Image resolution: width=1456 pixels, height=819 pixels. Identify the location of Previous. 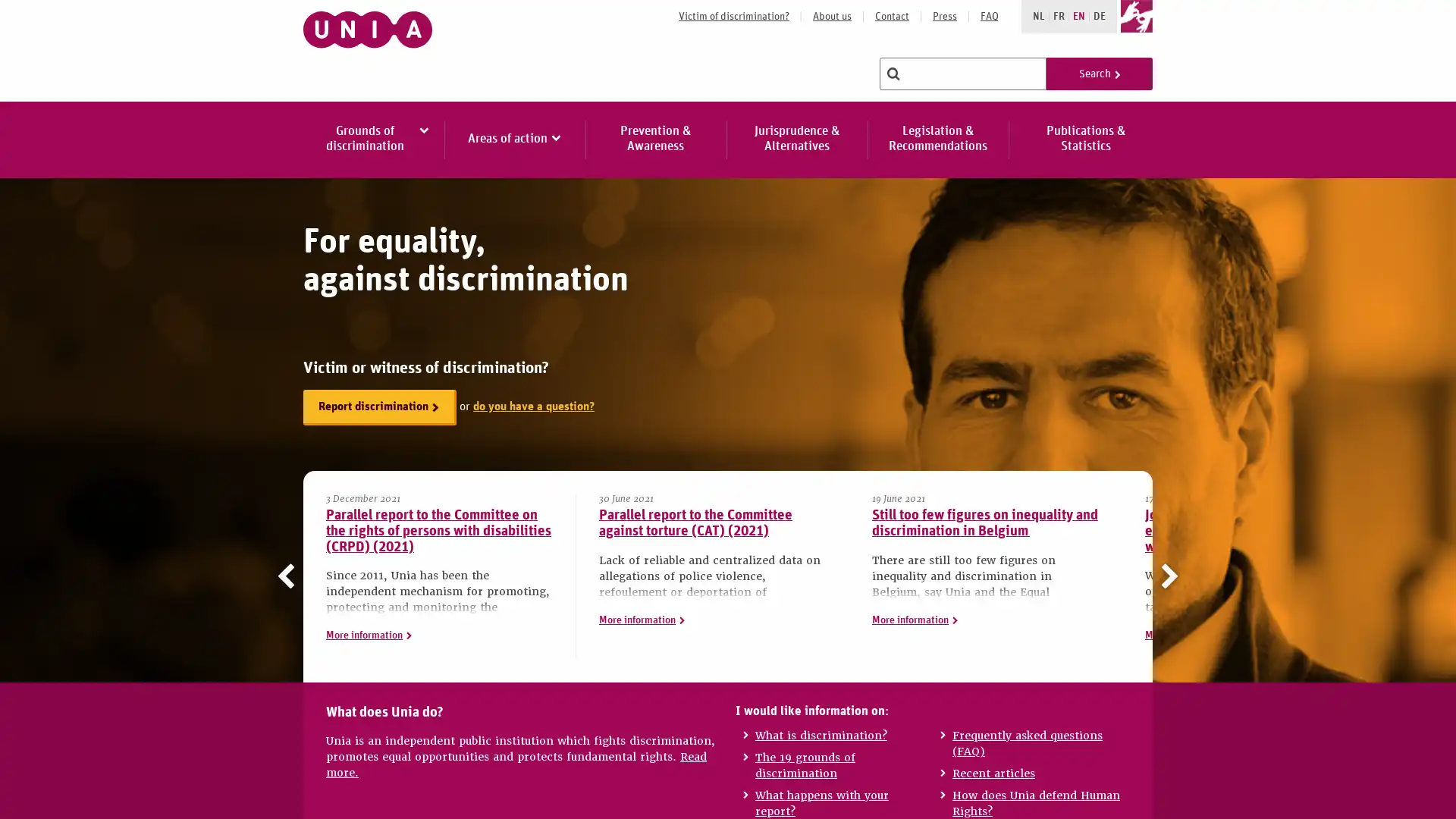
(290, 576).